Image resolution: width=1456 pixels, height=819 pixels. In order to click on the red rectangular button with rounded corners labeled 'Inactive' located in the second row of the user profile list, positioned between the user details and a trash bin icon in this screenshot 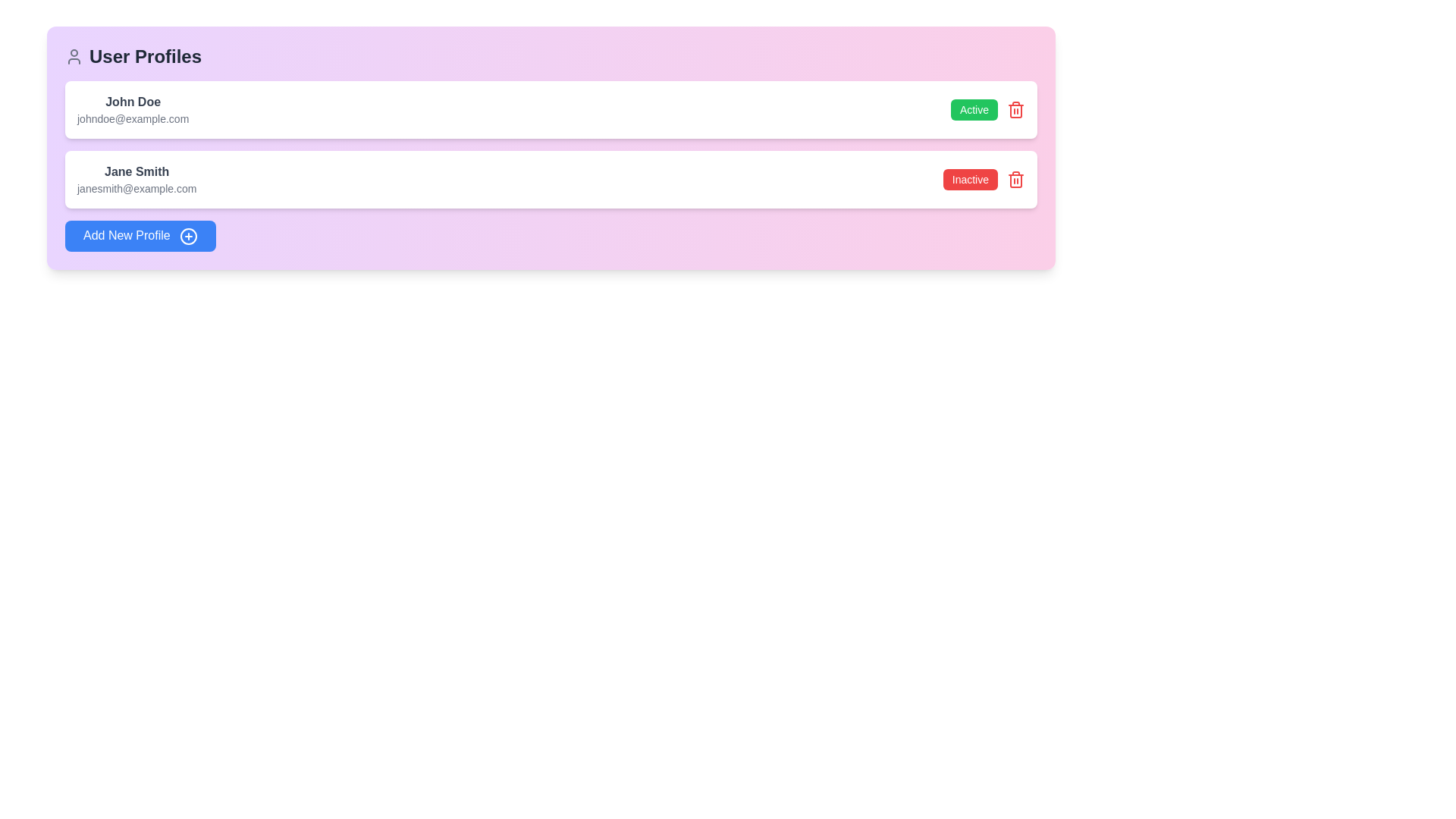, I will do `click(969, 178)`.